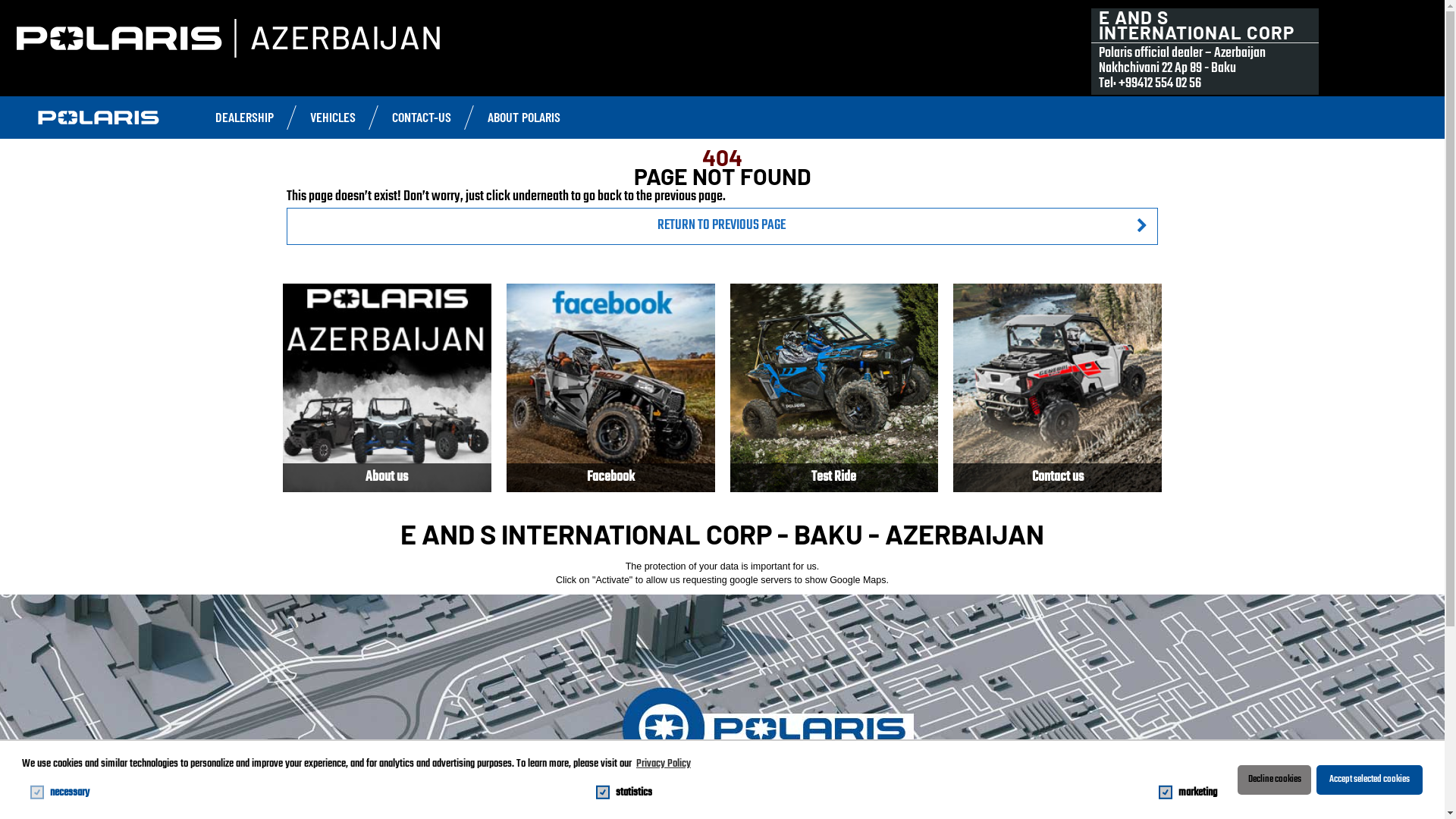 The image size is (1456, 819). Describe the element at coordinates (422, 116) in the screenshot. I see `'CONTACT-US'` at that location.